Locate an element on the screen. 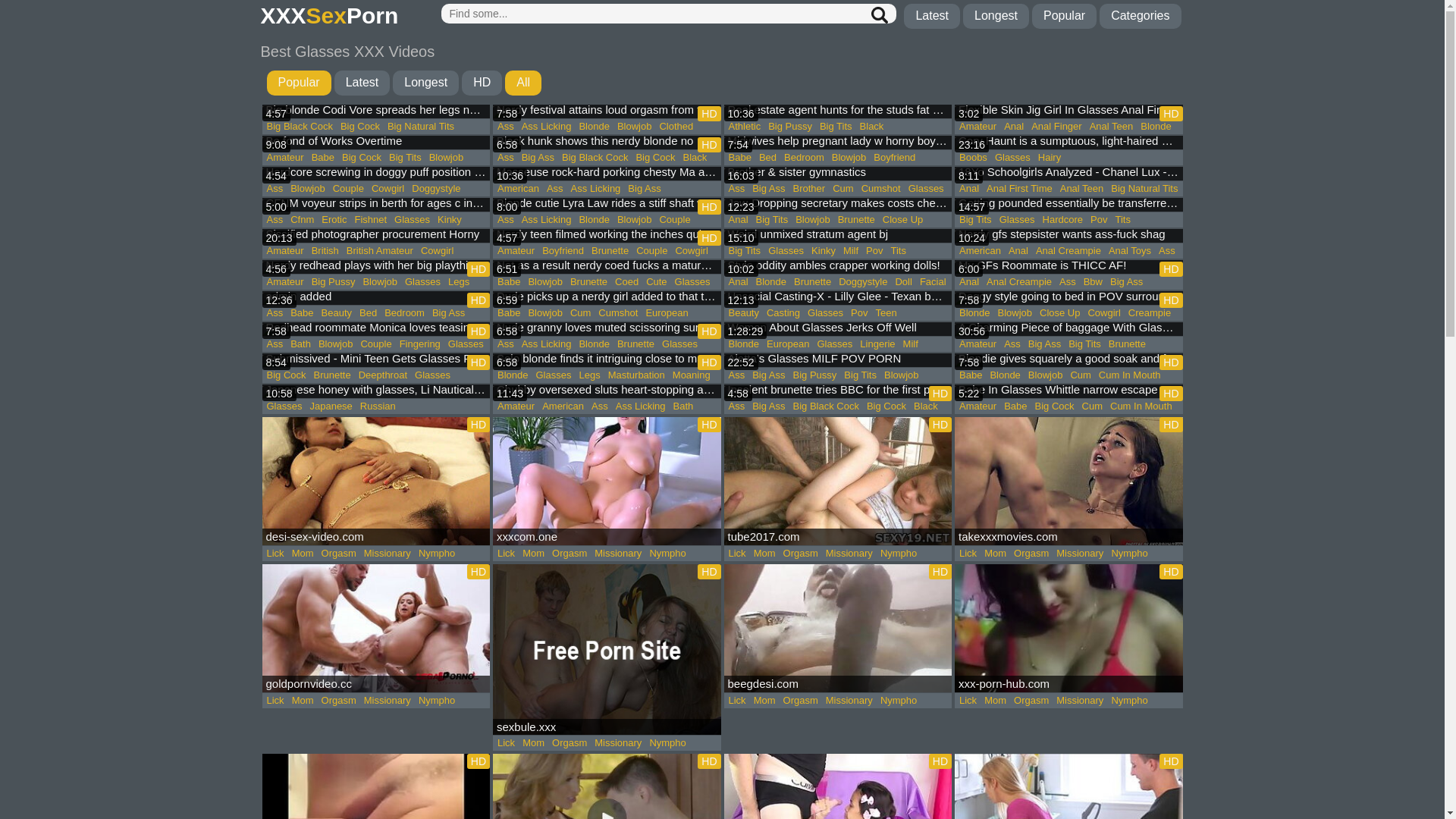 This screenshot has height=819, width=1456. 'Jaw-Dropping secretary makes costs cheat w relief! is located at coordinates (836, 205).